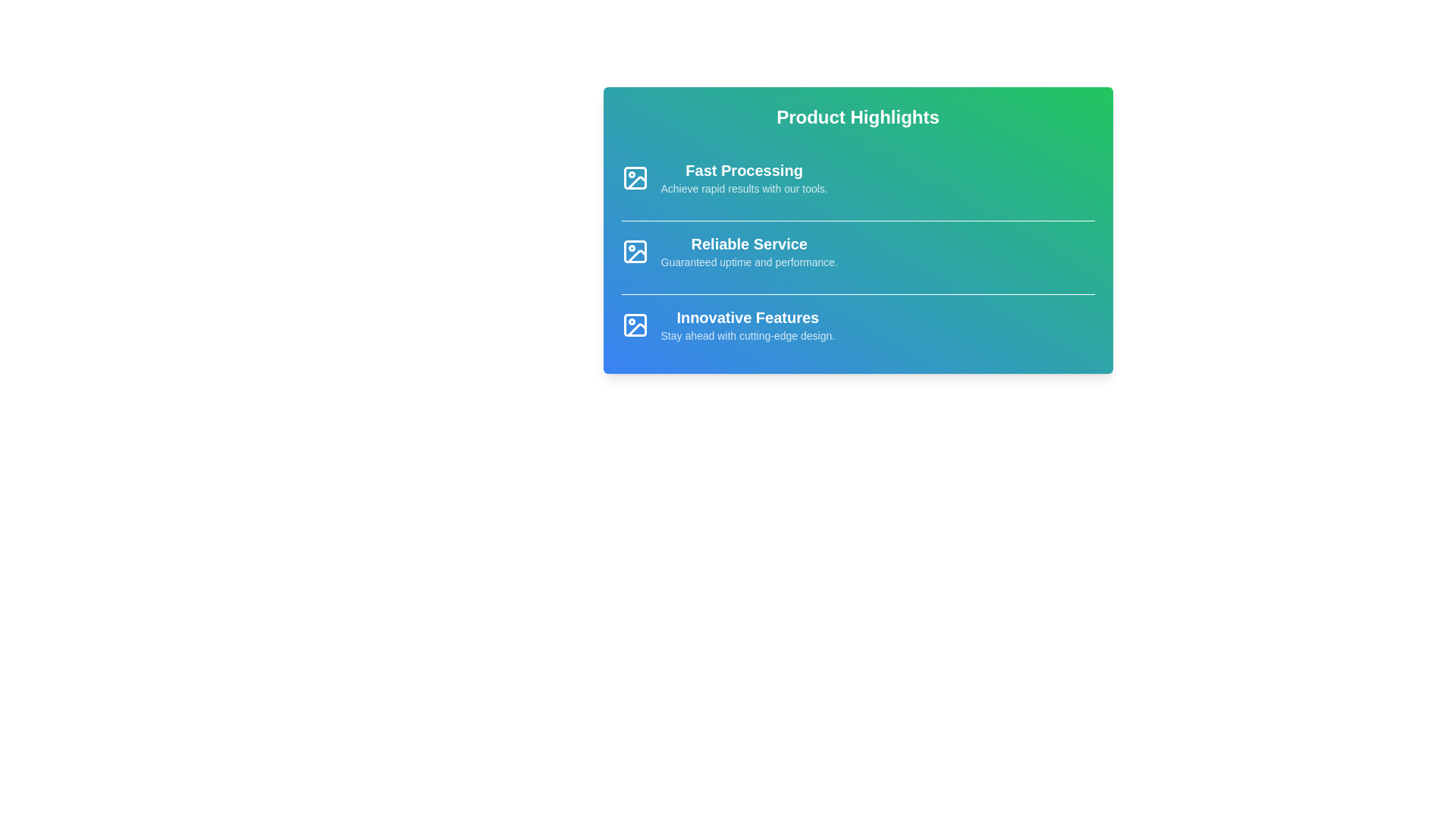 This screenshot has width=1456, height=819. I want to click on text 'Fast Processing' displayed prominently as a heading in a bold font within the upper-left area of the feature list, so click(744, 170).